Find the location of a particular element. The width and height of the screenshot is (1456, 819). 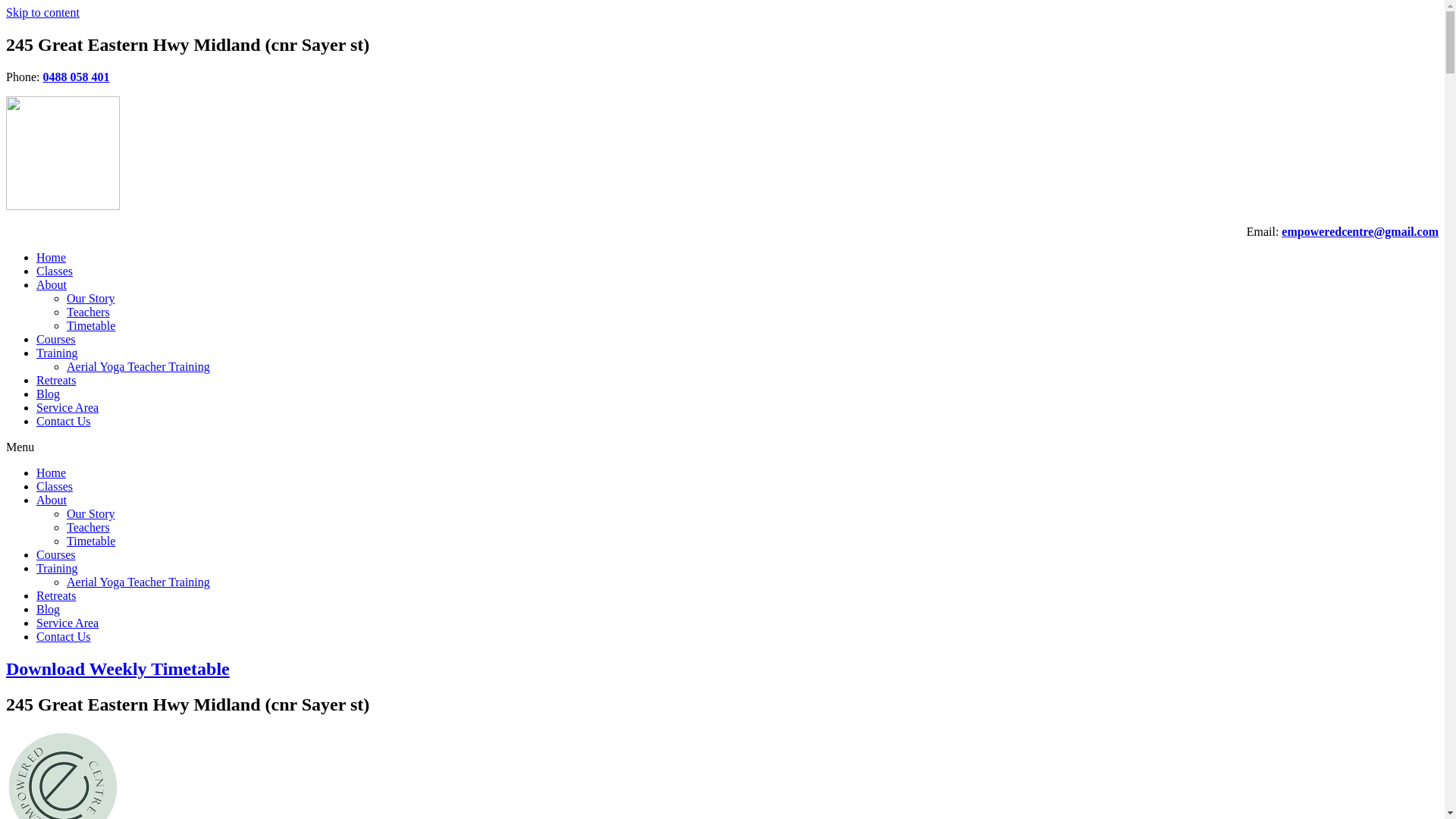

'Aerial Yoga Teacher Training' is located at coordinates (138, 581).